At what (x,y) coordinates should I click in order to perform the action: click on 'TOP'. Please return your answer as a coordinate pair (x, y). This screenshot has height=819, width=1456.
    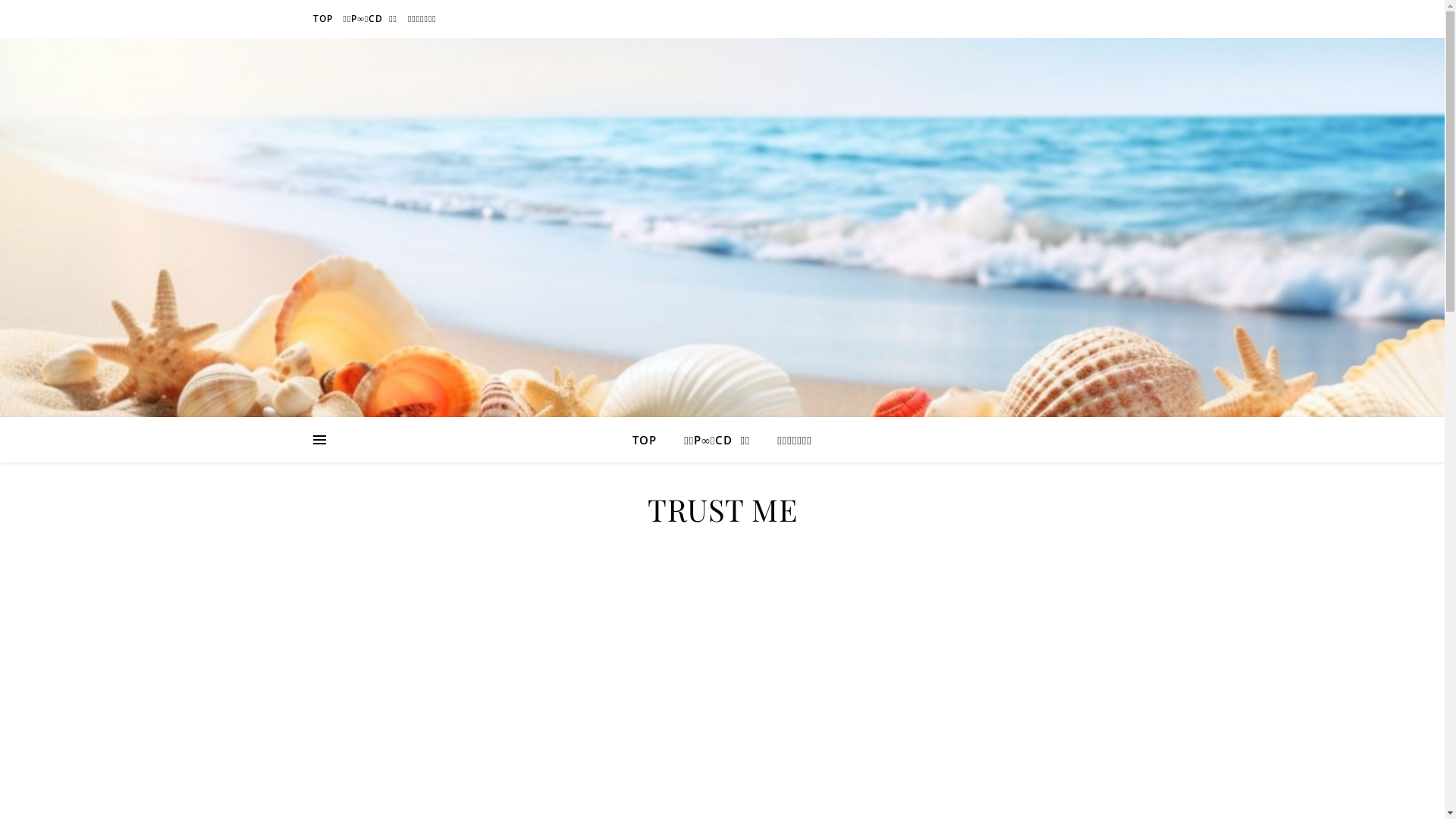
    Looking at the image, I should click on (651, 439).